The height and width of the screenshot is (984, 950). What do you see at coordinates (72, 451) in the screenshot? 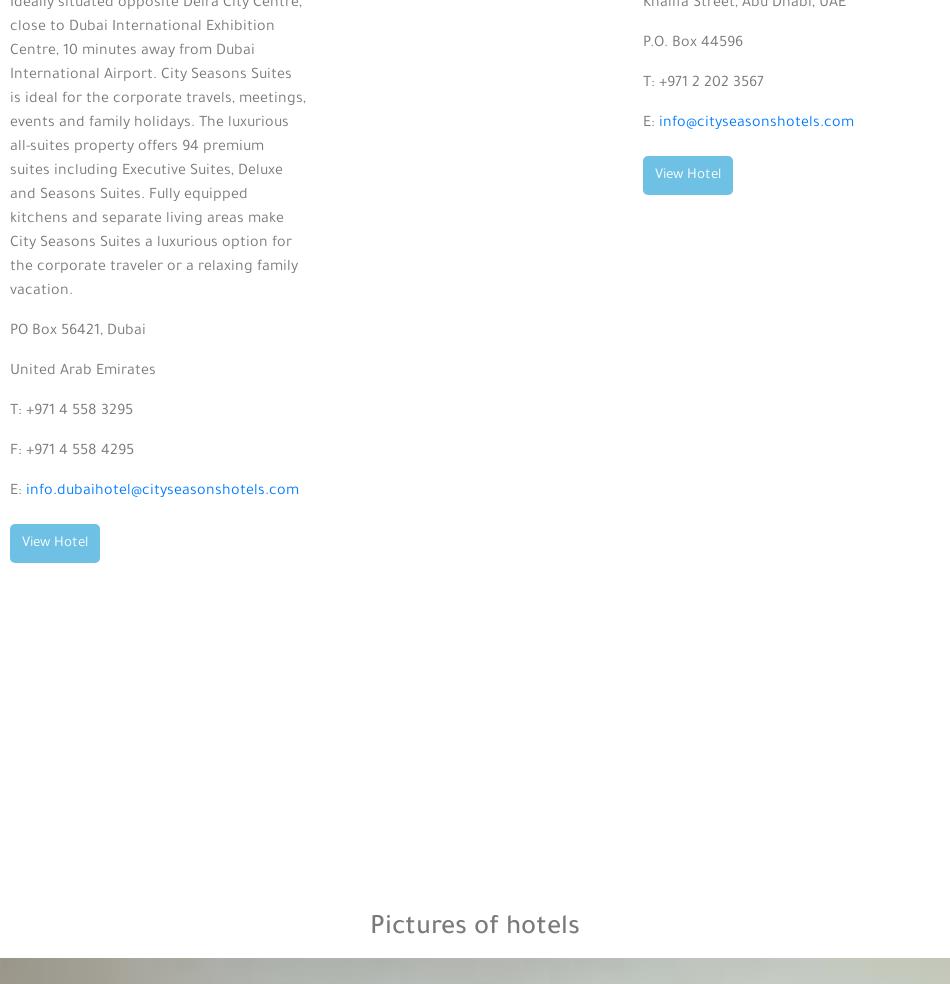
I see `'F: +971 4 558 4295'` at bounding box center [72, 451].